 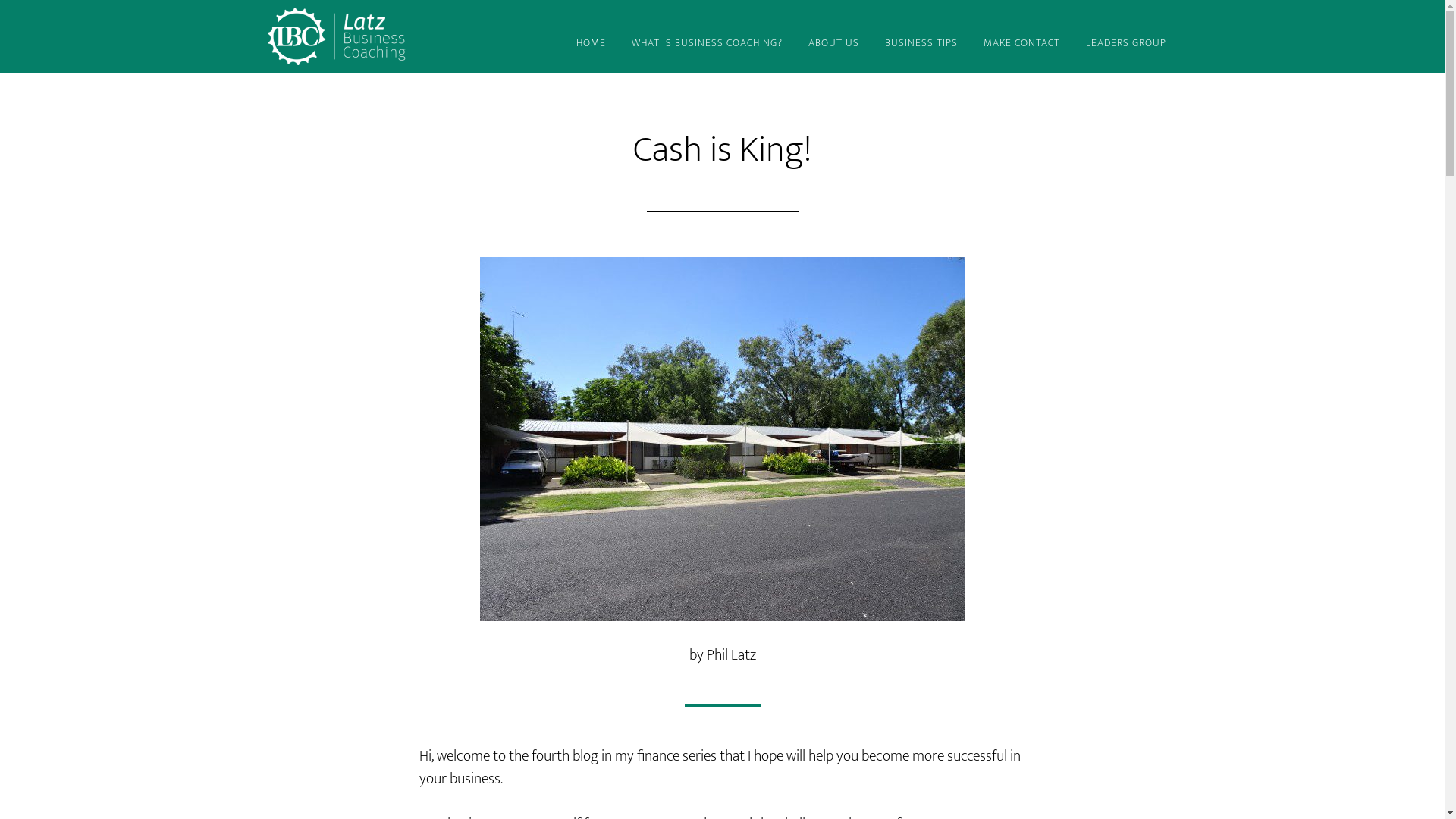 What do you see at coordinates (0, 0) in the screenshot?
I see `'Skip to main content'` at bounding box center [0, 0].